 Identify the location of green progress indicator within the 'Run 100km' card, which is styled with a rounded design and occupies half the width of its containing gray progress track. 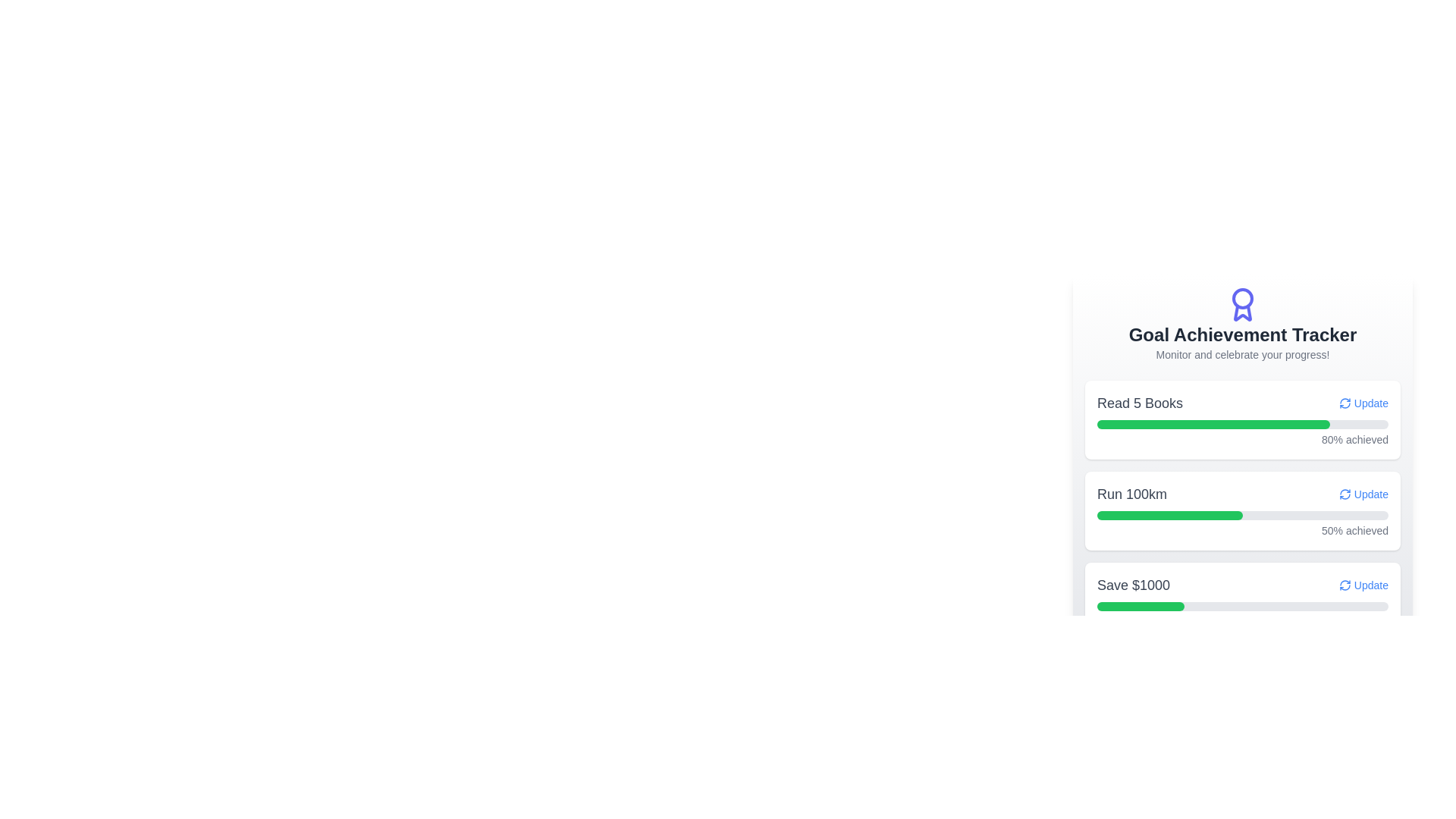
(1169, 514).